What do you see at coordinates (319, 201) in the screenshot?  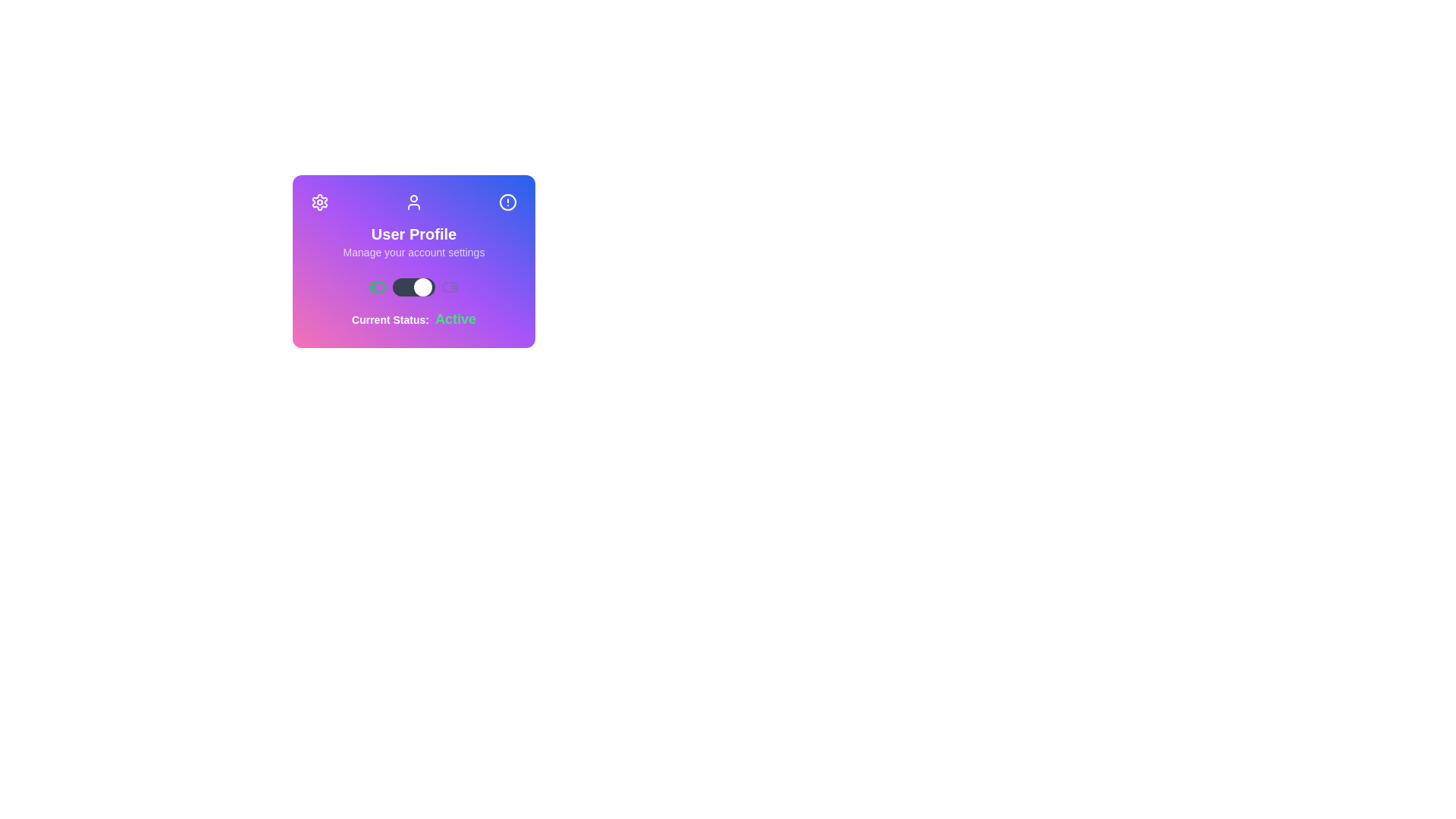 I see `the gear-shaped icon used for settings, located on the left side of the header bar in the 'User Profile' card` at bounding box center [319, 201].